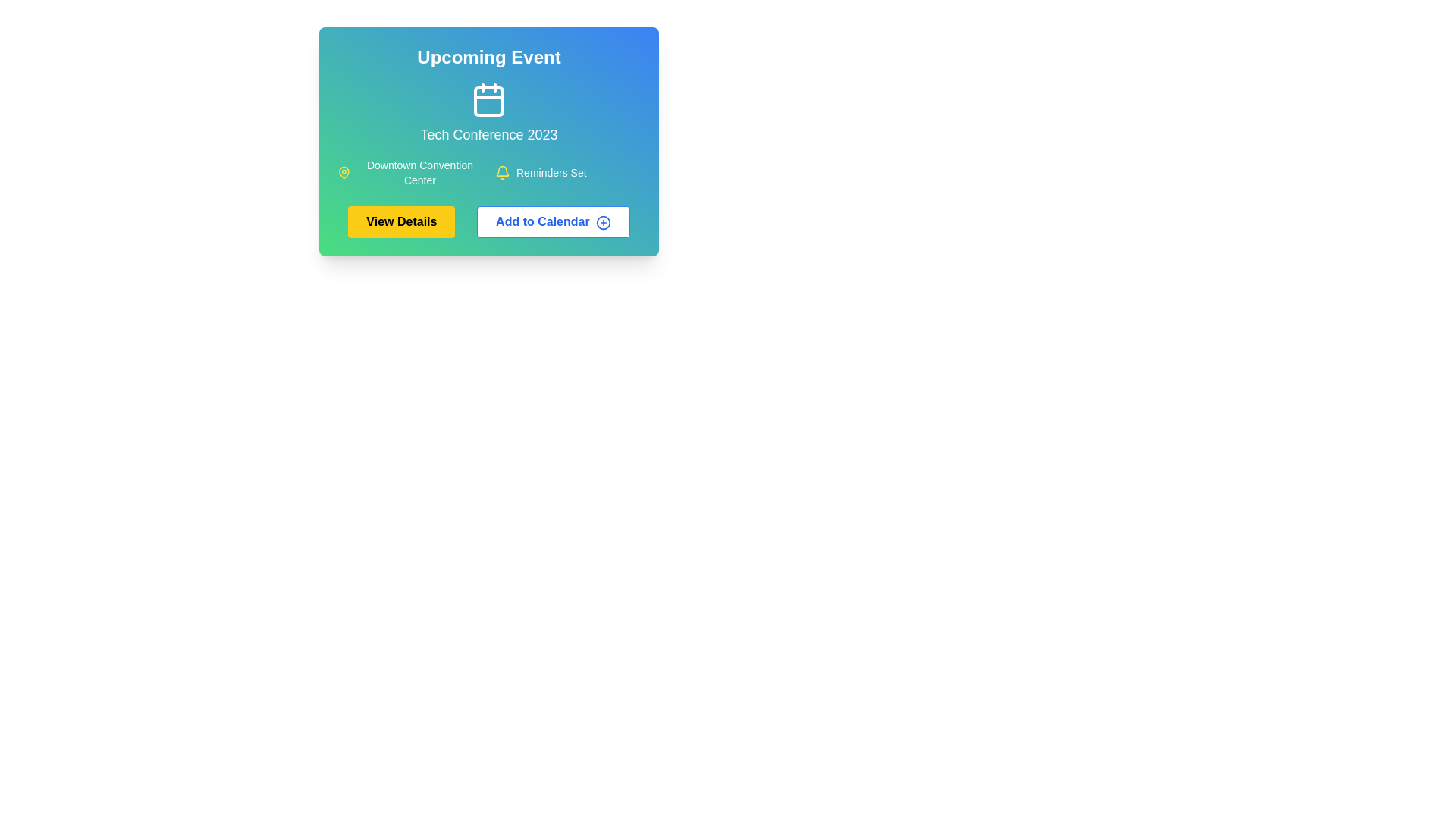 This screenshot has width=1456, height=819. Describe the element at coordinates (419, 171) in the screenshot. I see `the text label displaying 'Downtown Convention Center', which is styled in white and located centrally under the event title 'Tech Conference 2023'` at that location.